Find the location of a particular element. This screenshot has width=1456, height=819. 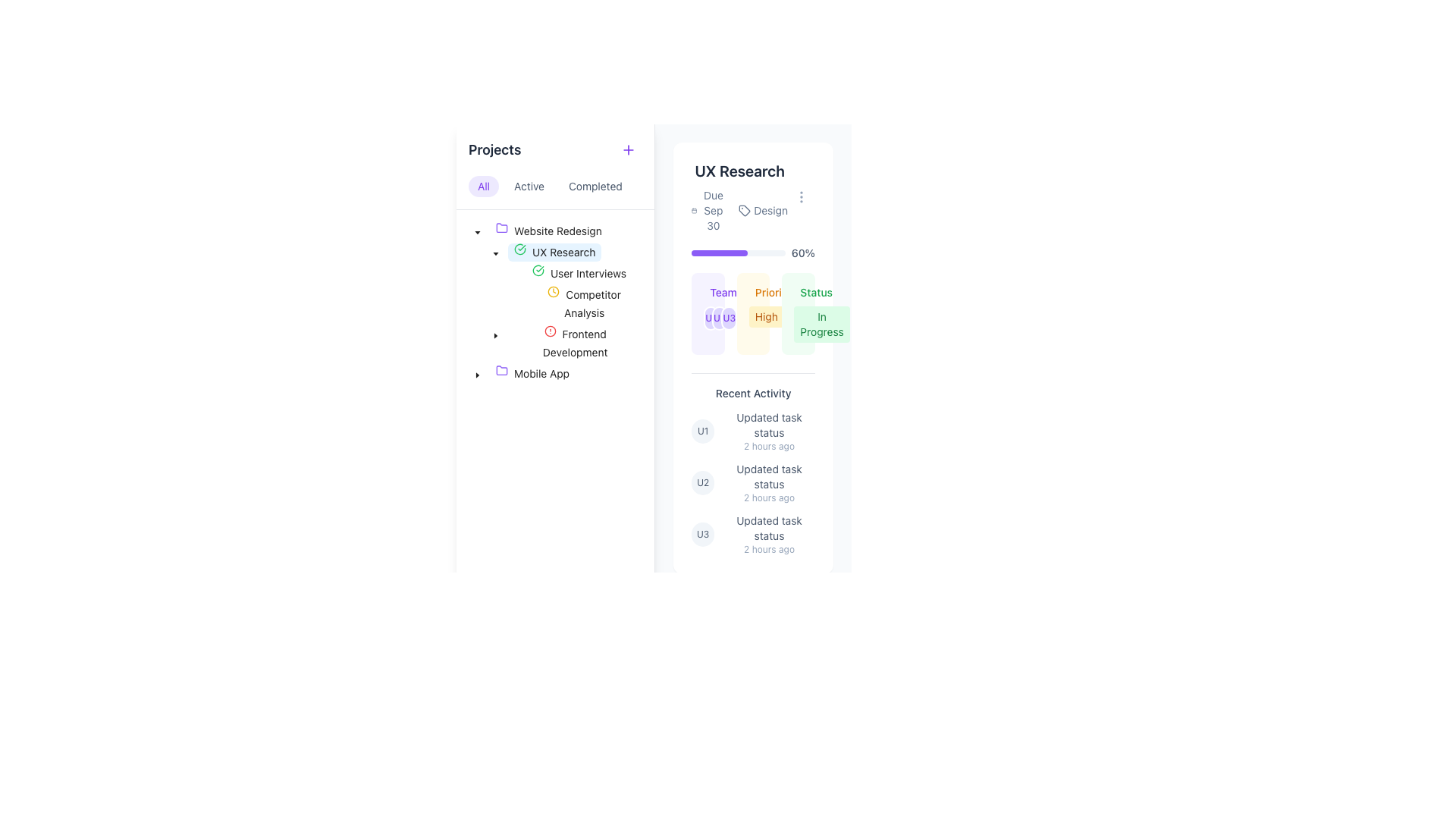

the Tree Item titled 'UX Research', which features a green checkmark icon on its left side is located at coordinates (554, 251).